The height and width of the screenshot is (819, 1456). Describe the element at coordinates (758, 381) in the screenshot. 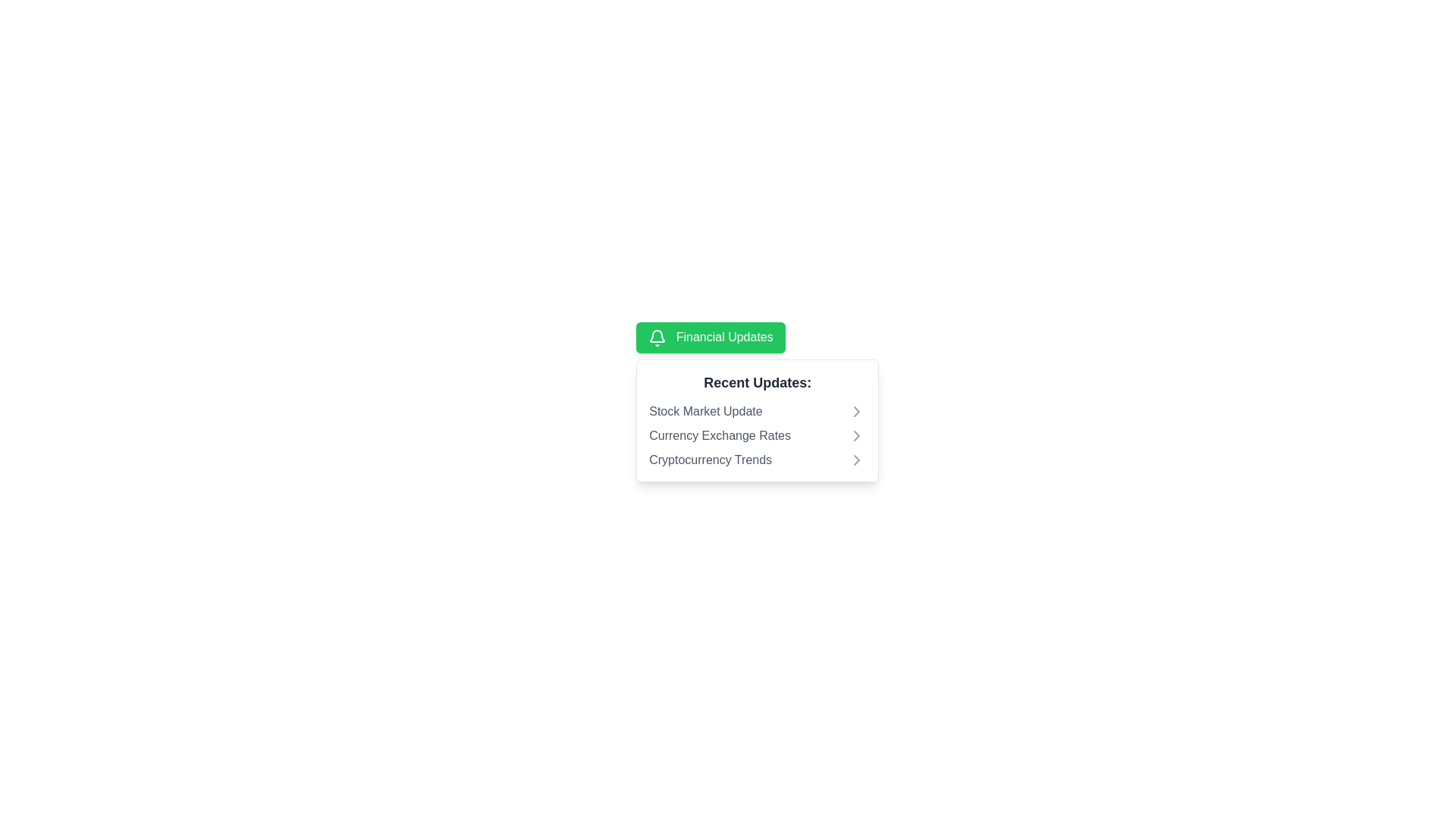

I see `the bold text header labeled 'Recent Updates:' which is prominently positioned at the top of the updates list` at that location.